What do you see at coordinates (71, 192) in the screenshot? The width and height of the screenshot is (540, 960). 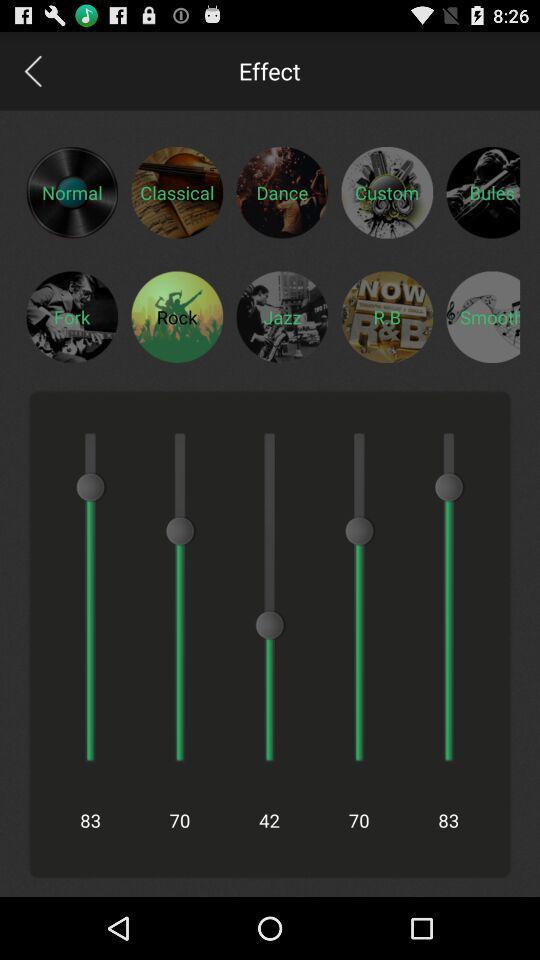 I see `normal` at bounding box center [71, 192].